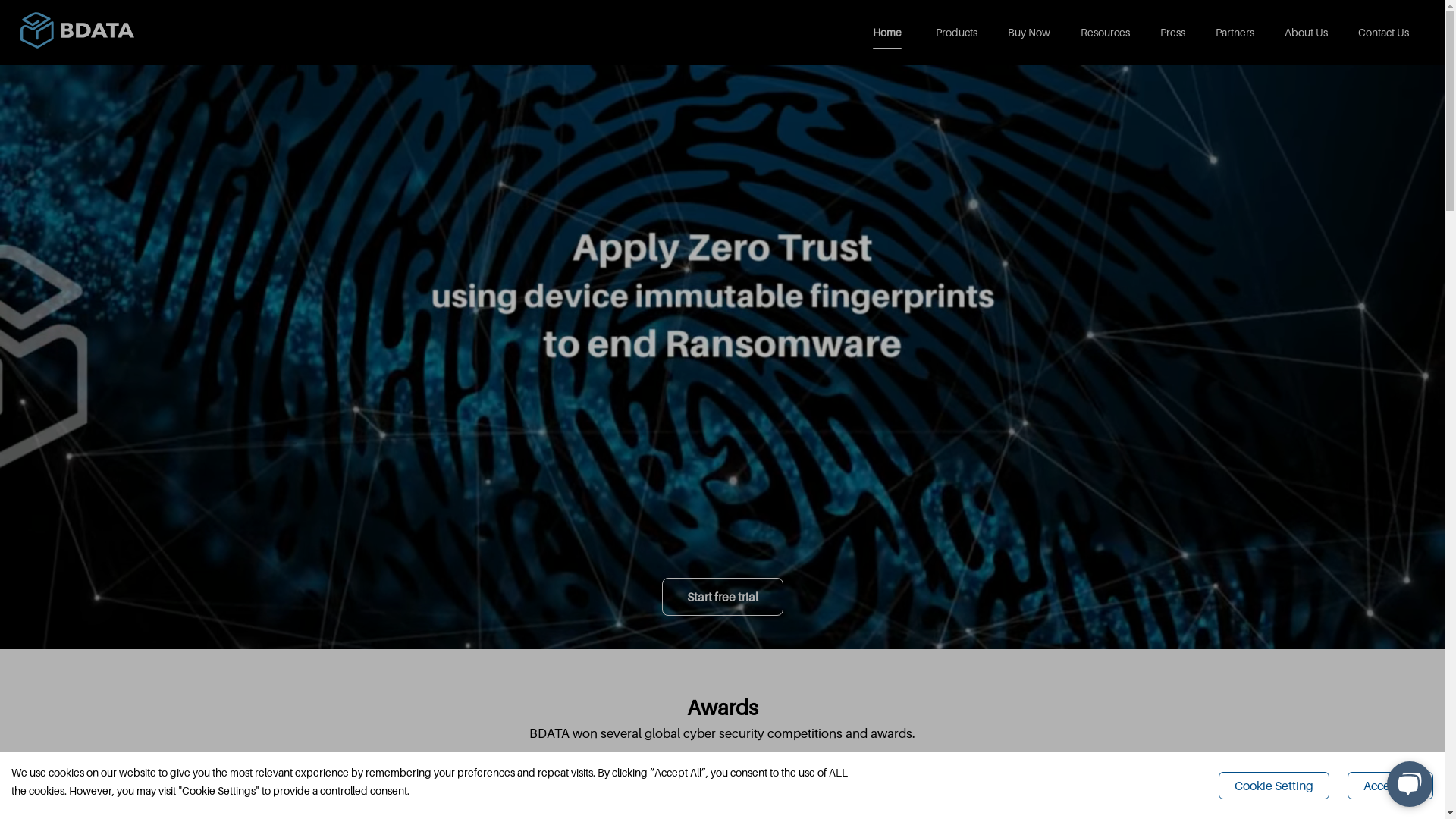  Describe the element at coordinates (1305, 32) in the screenshot. I see `'About Us'` at that location.